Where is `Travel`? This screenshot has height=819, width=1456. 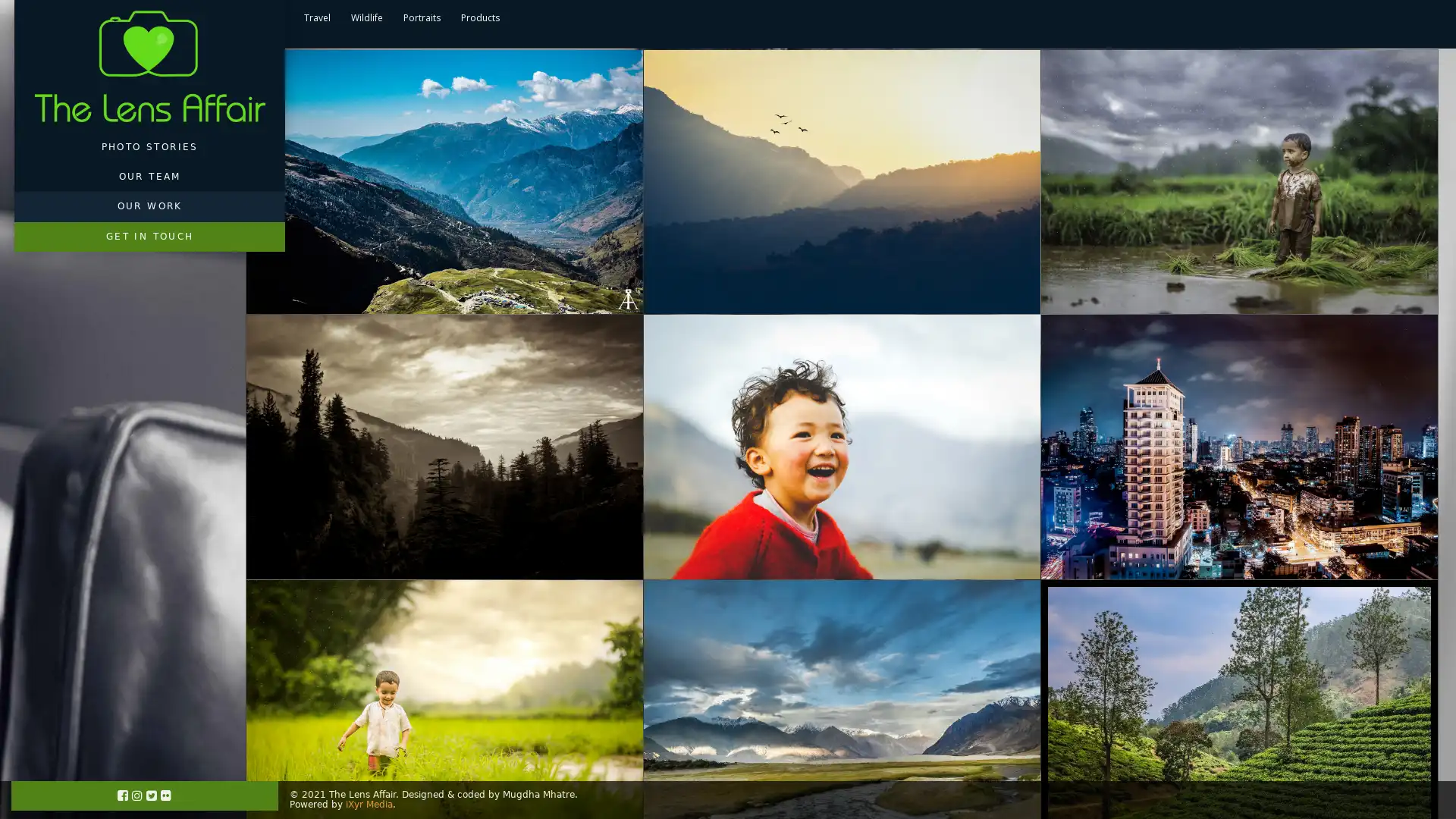
Travel is located at coordinates (315, 17).